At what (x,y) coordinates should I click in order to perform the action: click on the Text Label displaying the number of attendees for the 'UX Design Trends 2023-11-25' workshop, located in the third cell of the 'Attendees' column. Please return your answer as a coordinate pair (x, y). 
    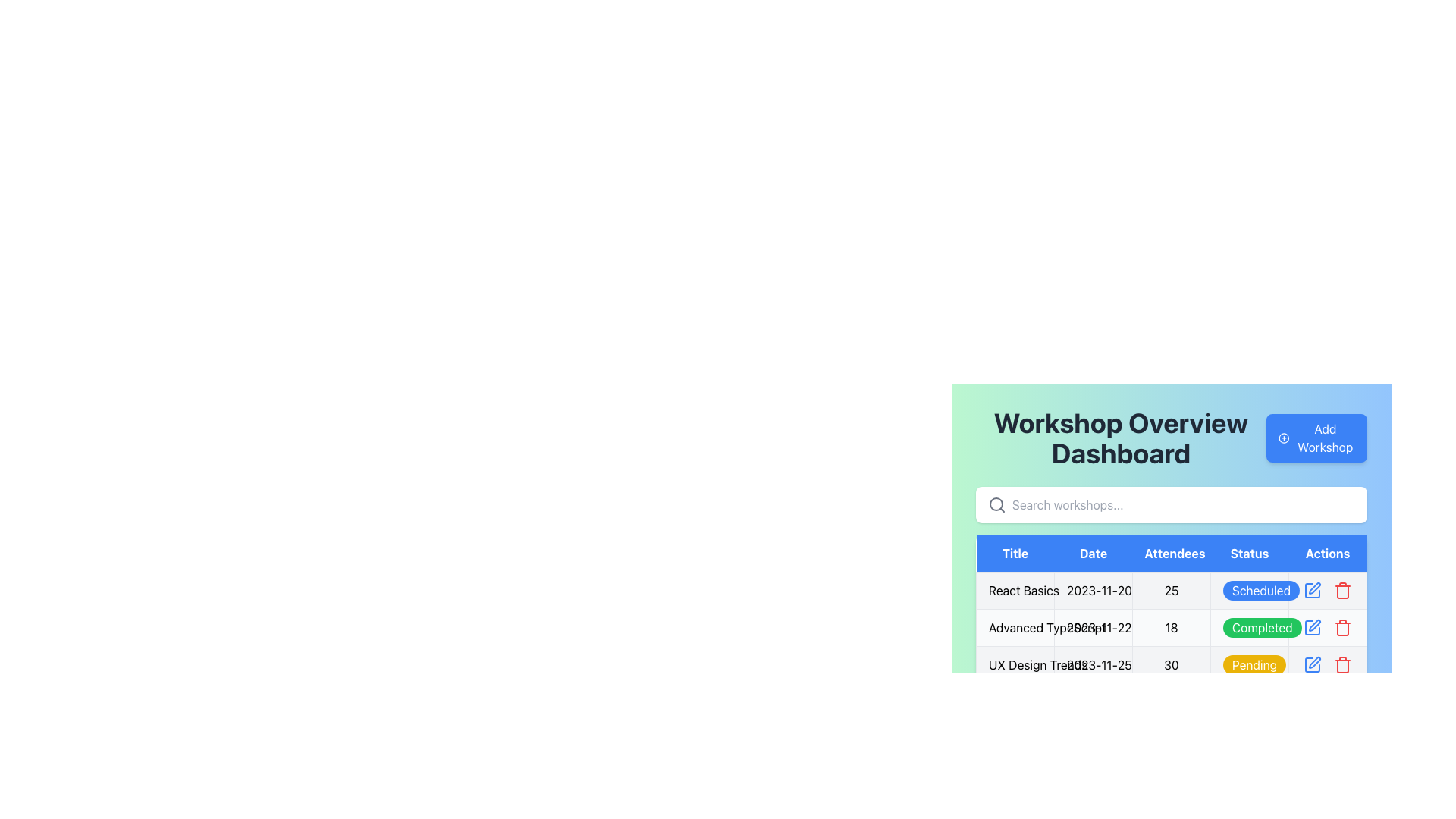
    Looking at the image, I should click on (1171, 664).